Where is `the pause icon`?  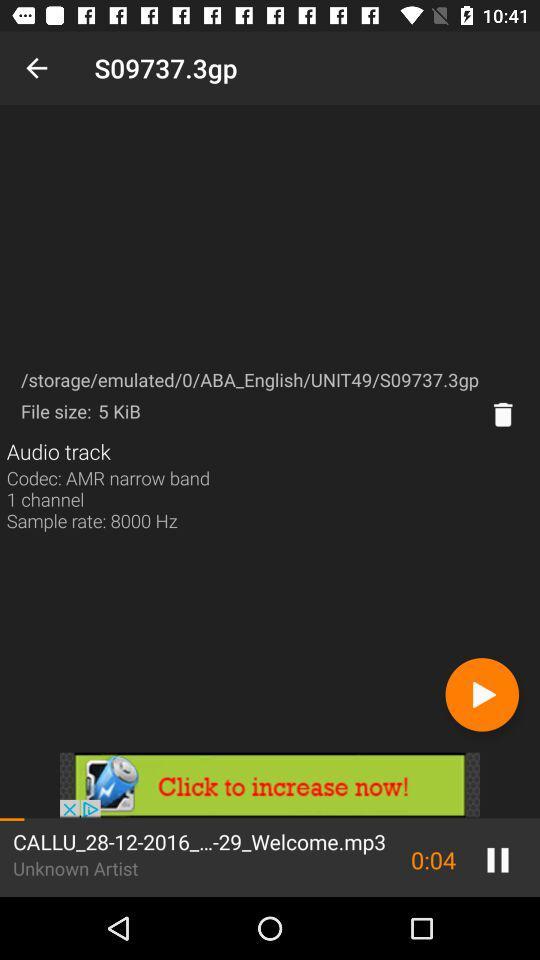
the pause icon is located at coordinates (496, 859).